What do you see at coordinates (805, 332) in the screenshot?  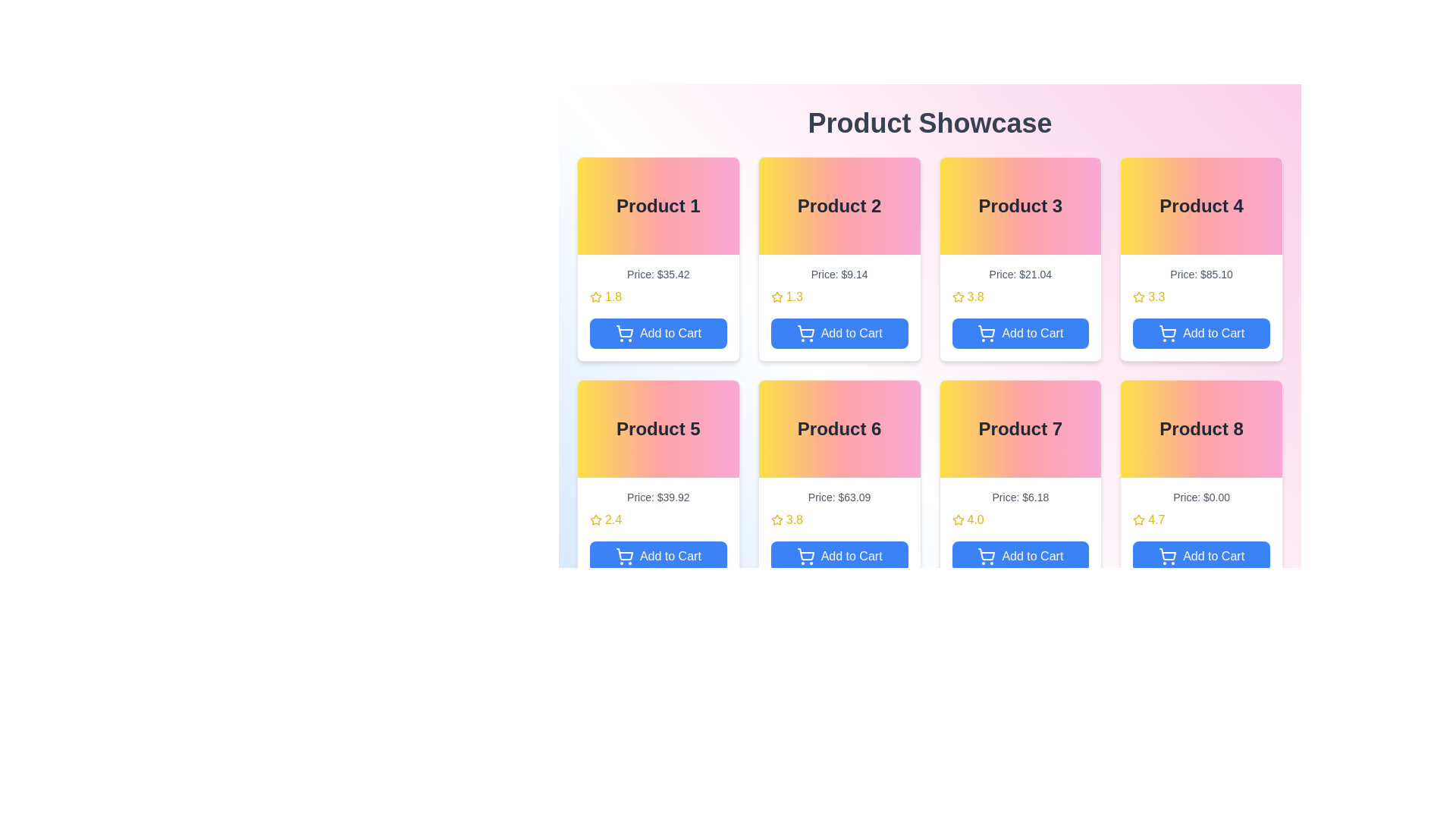 I see `the icon representing the action of adding a product to the cart, which is located on the left side of the 'Add to Cart' button in the product card grid` at bounding box center [805, 332].